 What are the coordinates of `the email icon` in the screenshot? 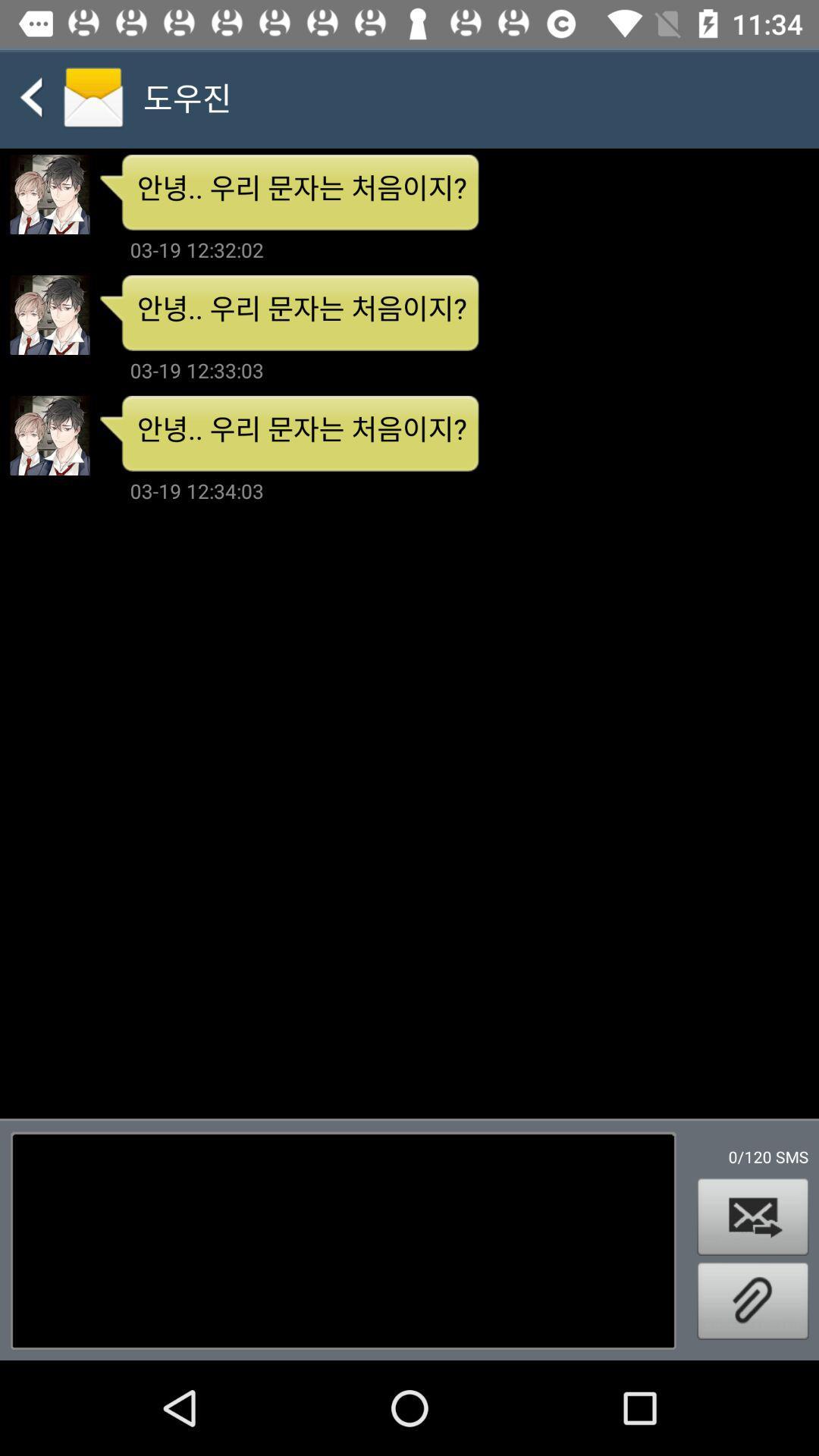 It's located at (752, 1216).